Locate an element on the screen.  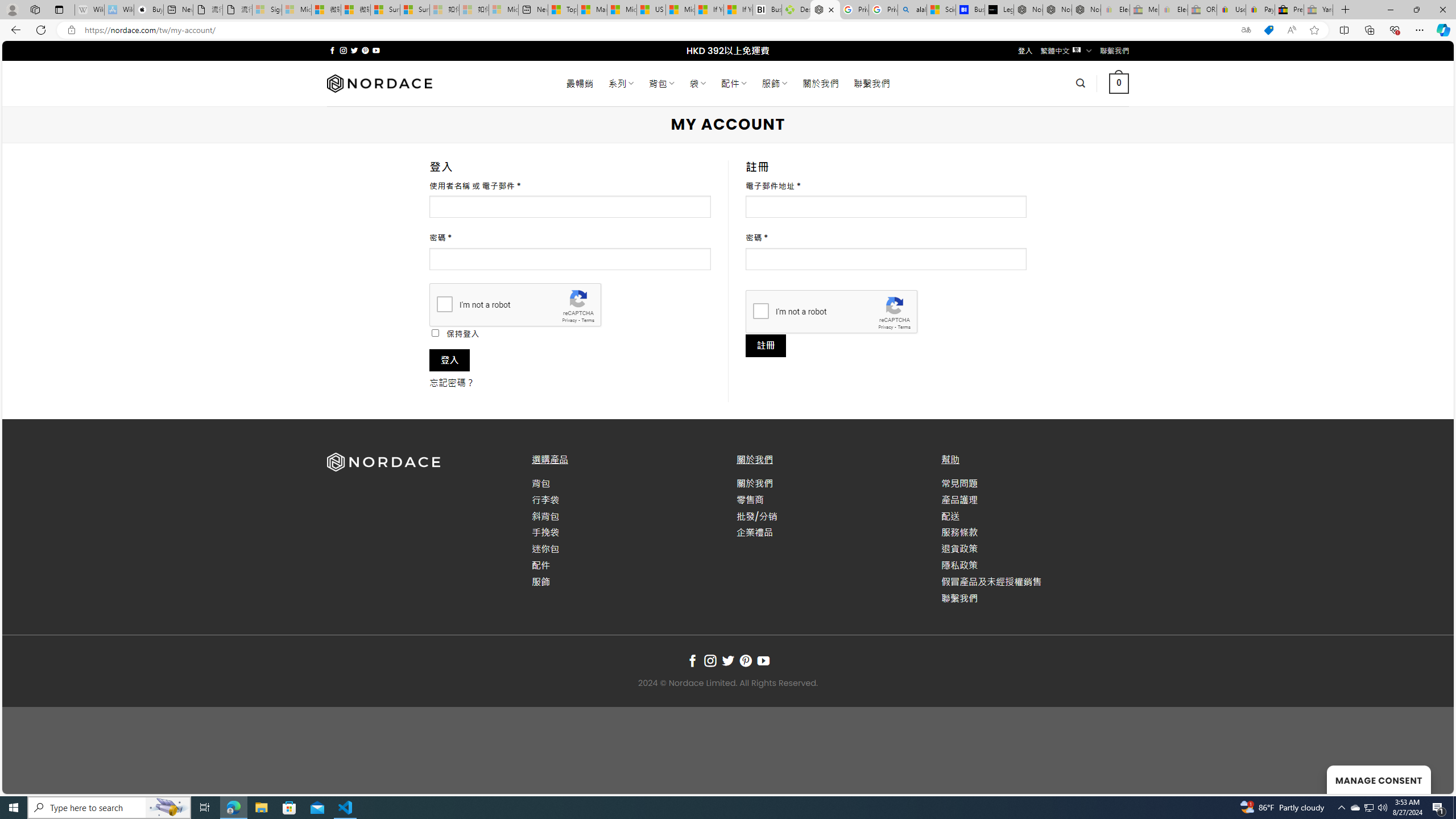
'Follow on Facebook' is located at coordinates (692, 660).